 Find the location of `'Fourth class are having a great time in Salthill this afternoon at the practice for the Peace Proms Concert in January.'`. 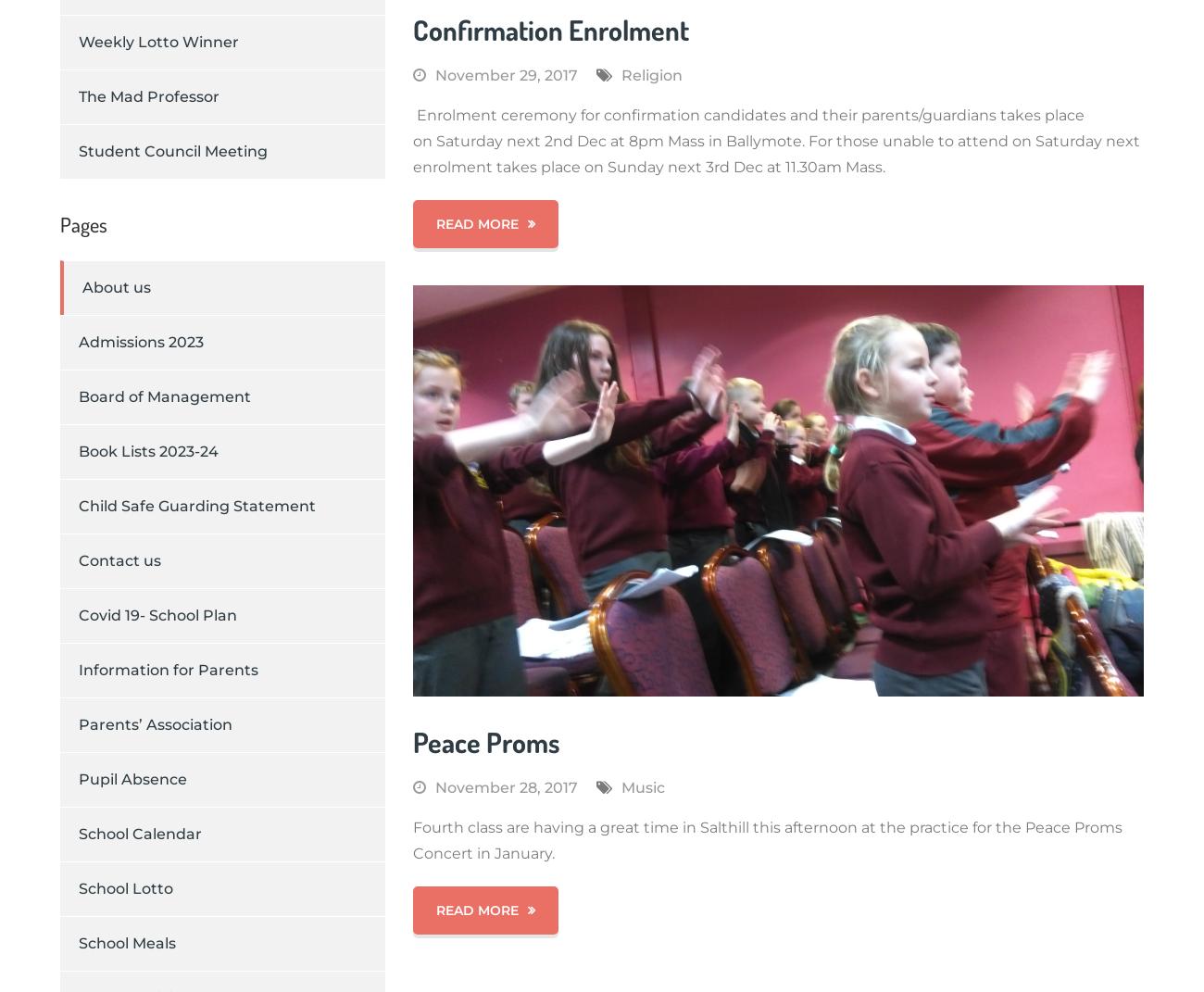

'Fourth class are having a great time in Salthill this afternoon at the practice for the Peace Proms Concert in January.' is located at coordinates (768, 839).